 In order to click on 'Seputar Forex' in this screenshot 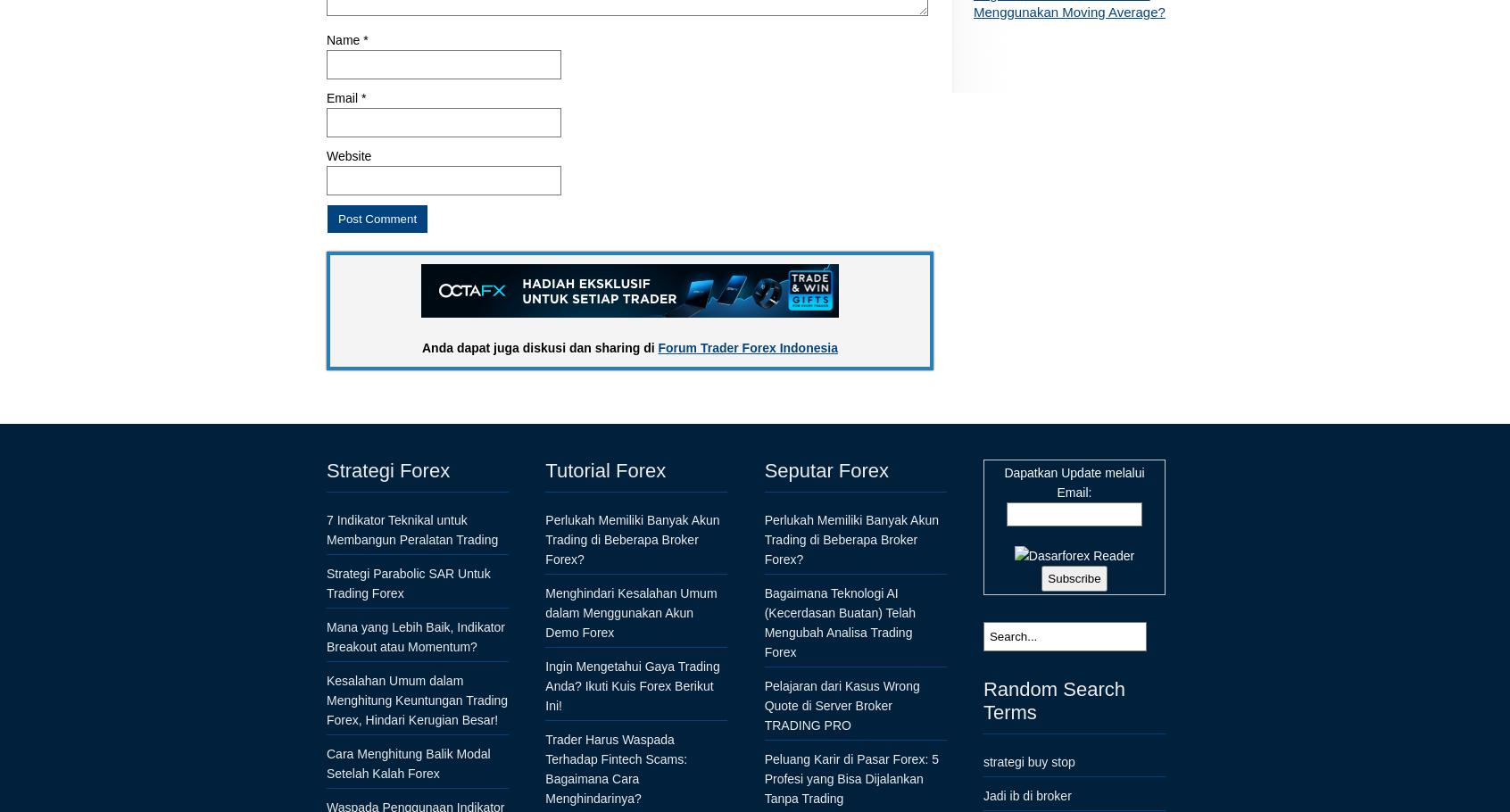, I will do `click(826, 468)`.